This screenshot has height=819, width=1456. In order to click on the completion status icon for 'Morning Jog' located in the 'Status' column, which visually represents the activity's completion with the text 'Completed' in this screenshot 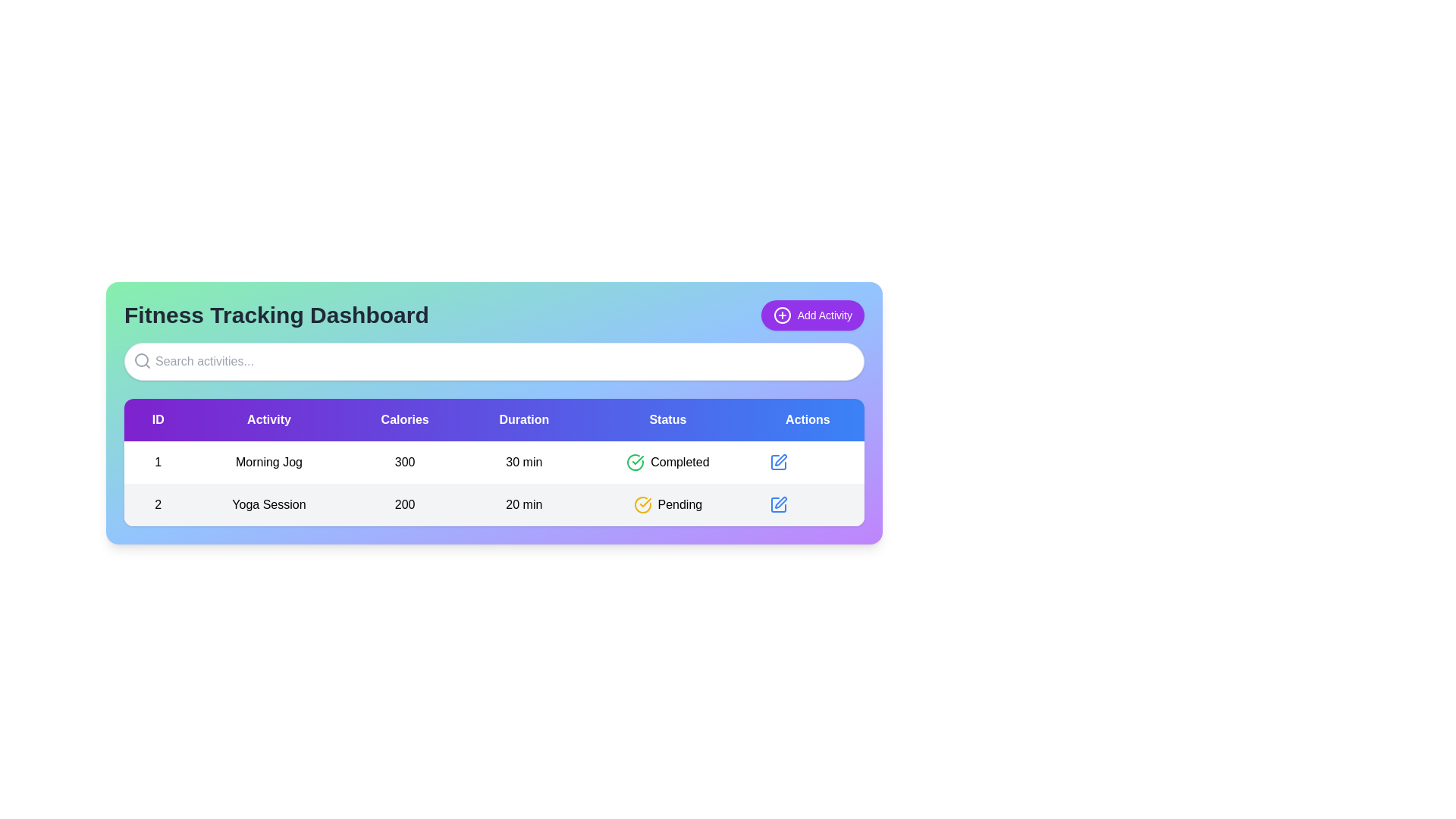, I will do `click(635, 461)`.